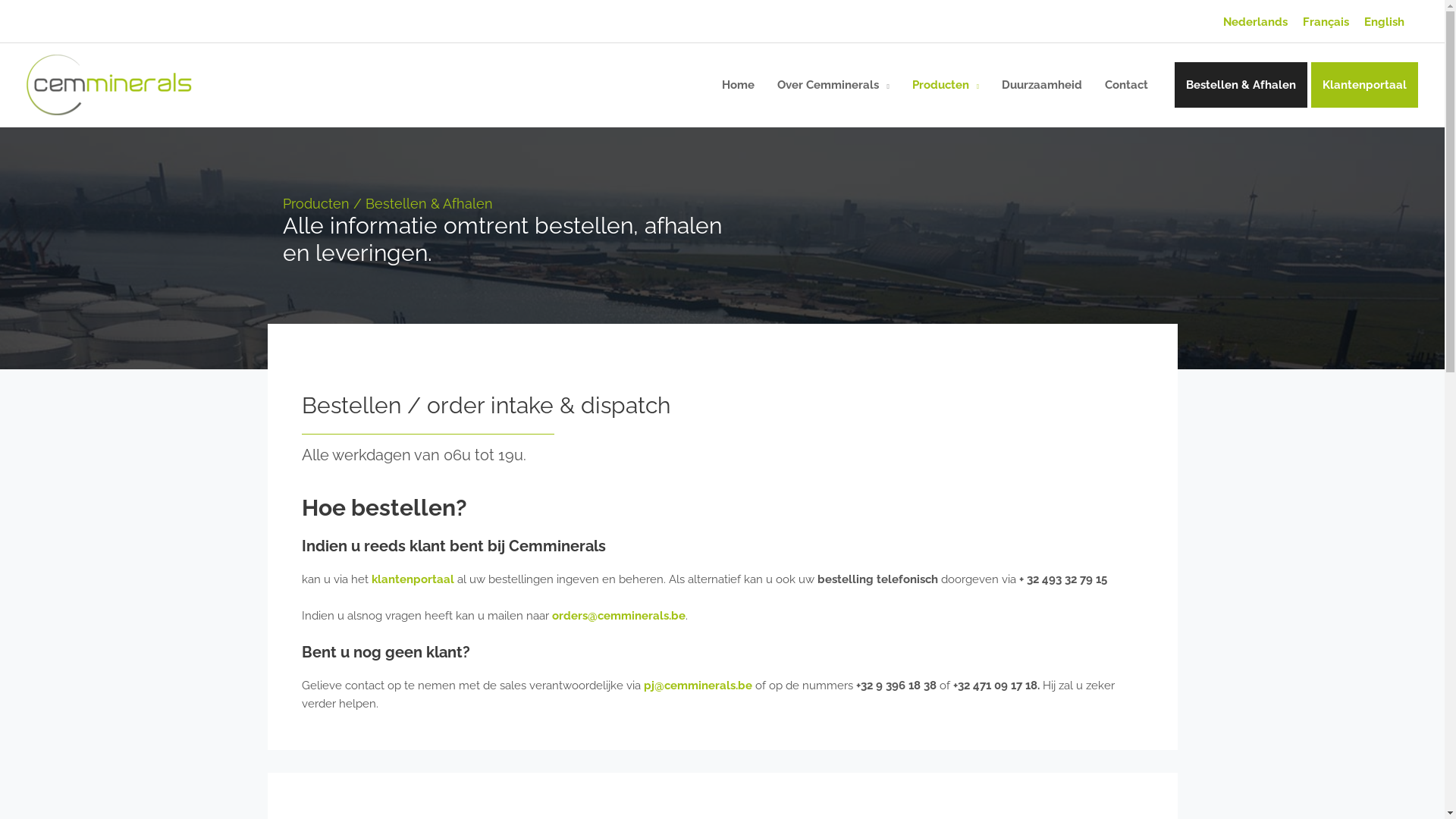 The width and height of the screenshot is (1456, 819). Describe the element at coordinates (1040, 84) in the screenshot. I see `'Duurzaamheid'` at that location.